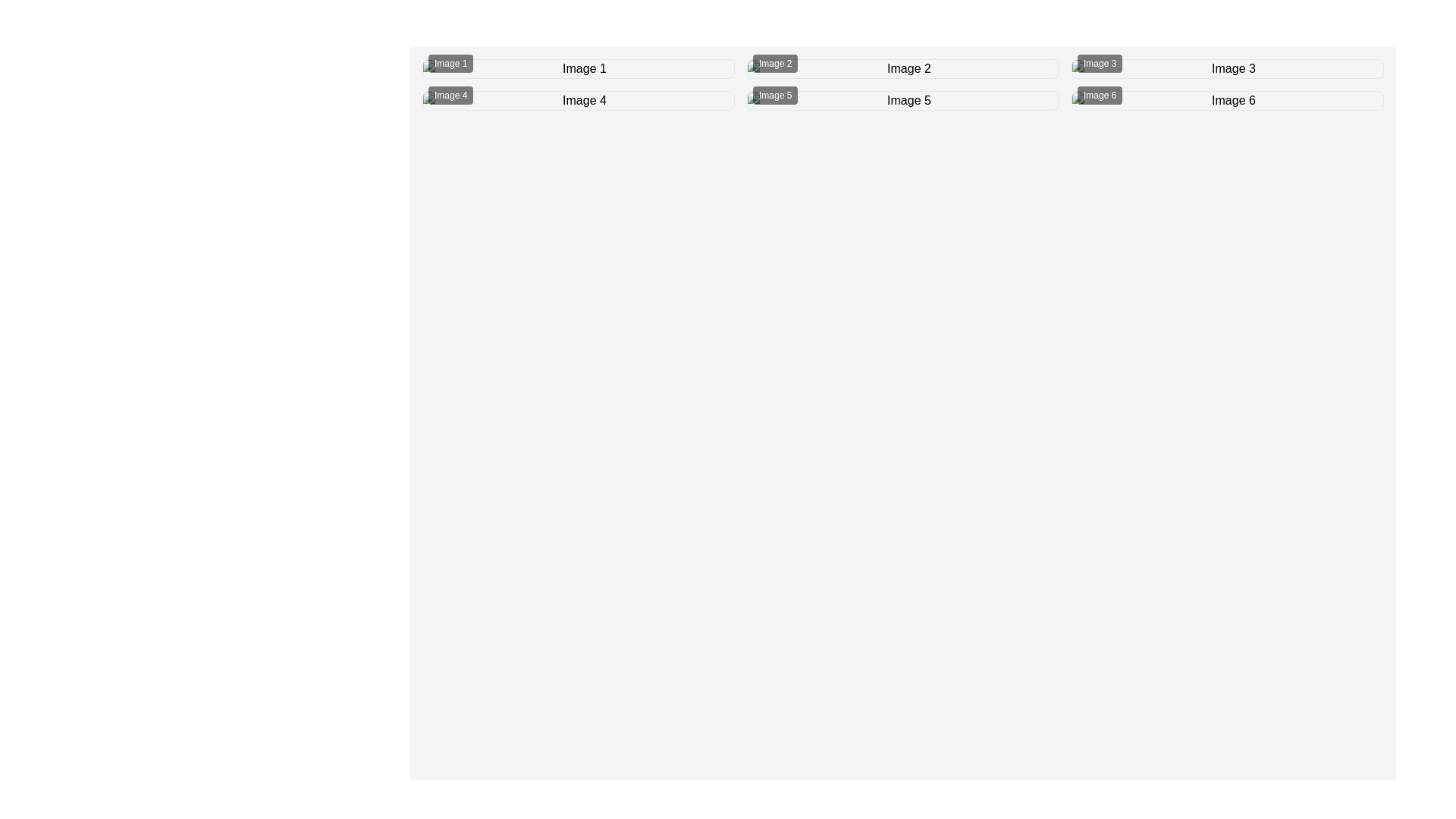  Describe the element at coordinates (902, 69) in the screenshot. I see `the image preview labeled 'Image 2'` at that location.